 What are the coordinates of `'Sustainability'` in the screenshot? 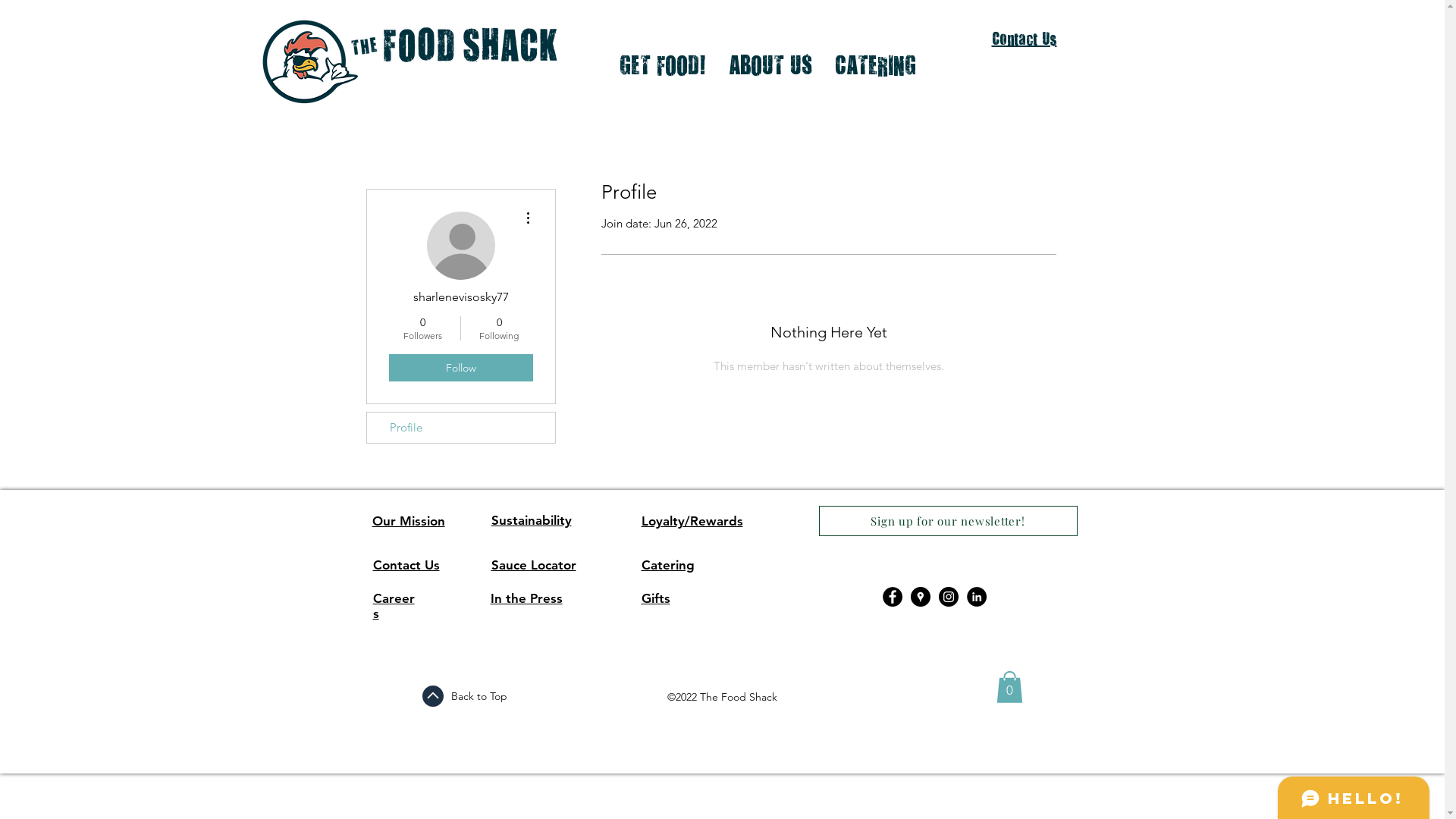 It's located at (531, 519).